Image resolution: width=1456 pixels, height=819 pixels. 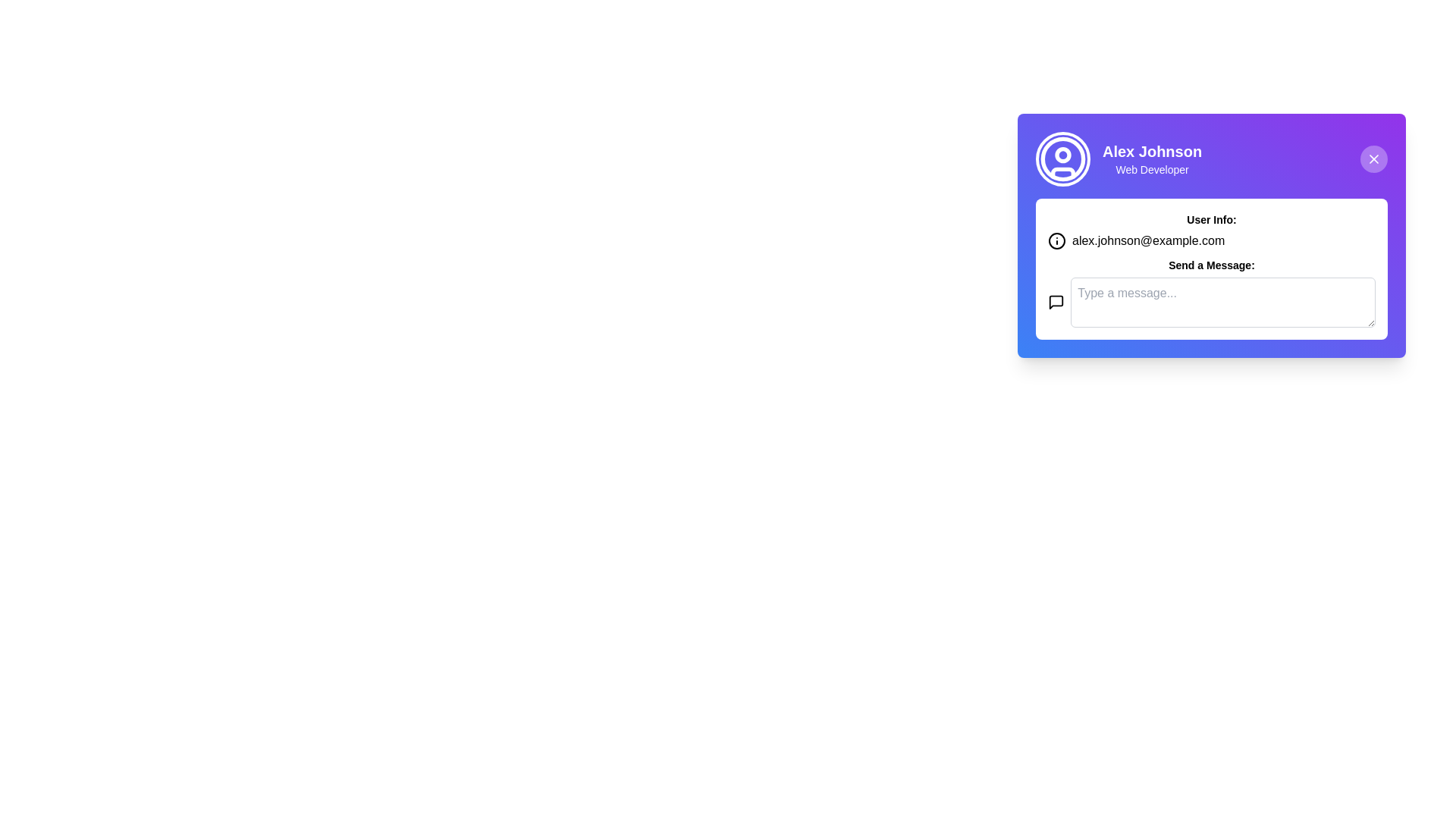 I want to click on the Text Label that serves as a description for the input field used for sending a message, located in the bottom-right section of the main card-like layout, above the text input field, so click(x=1211, y=265).